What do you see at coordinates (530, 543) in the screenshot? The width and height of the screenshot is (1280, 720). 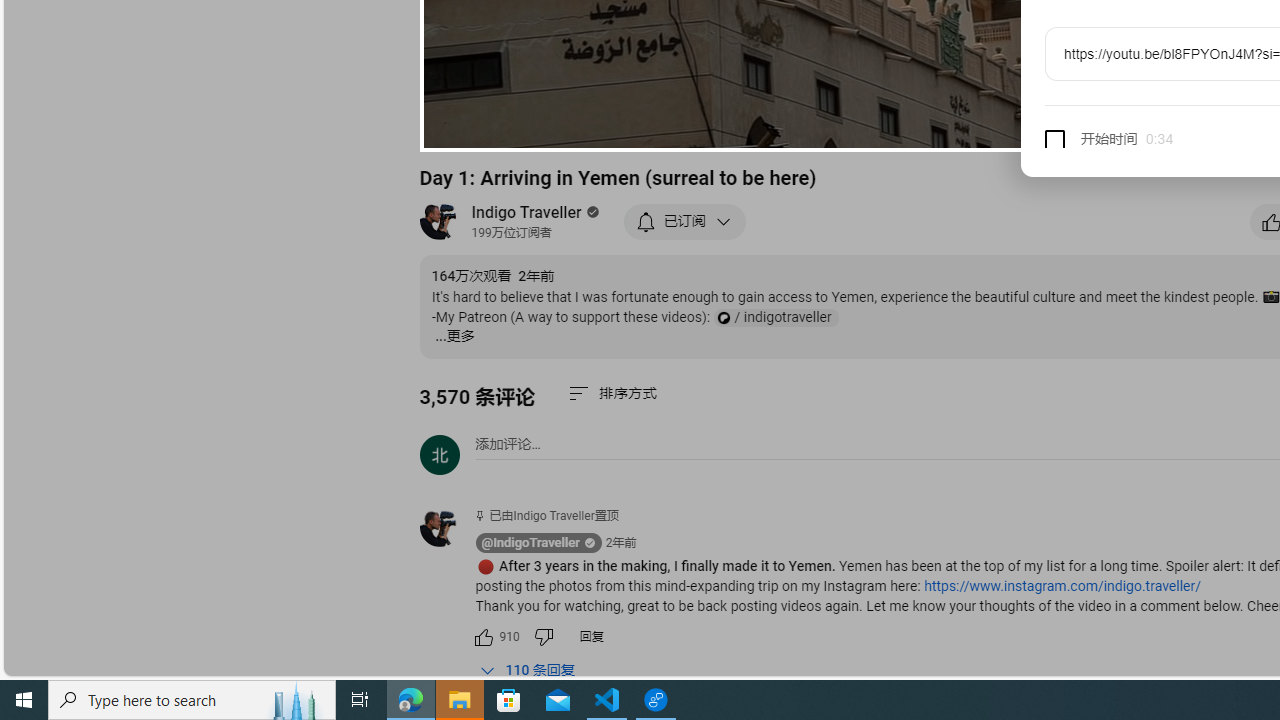 I see `'@IndigoTraveller'` at bounding box center [530, 543].